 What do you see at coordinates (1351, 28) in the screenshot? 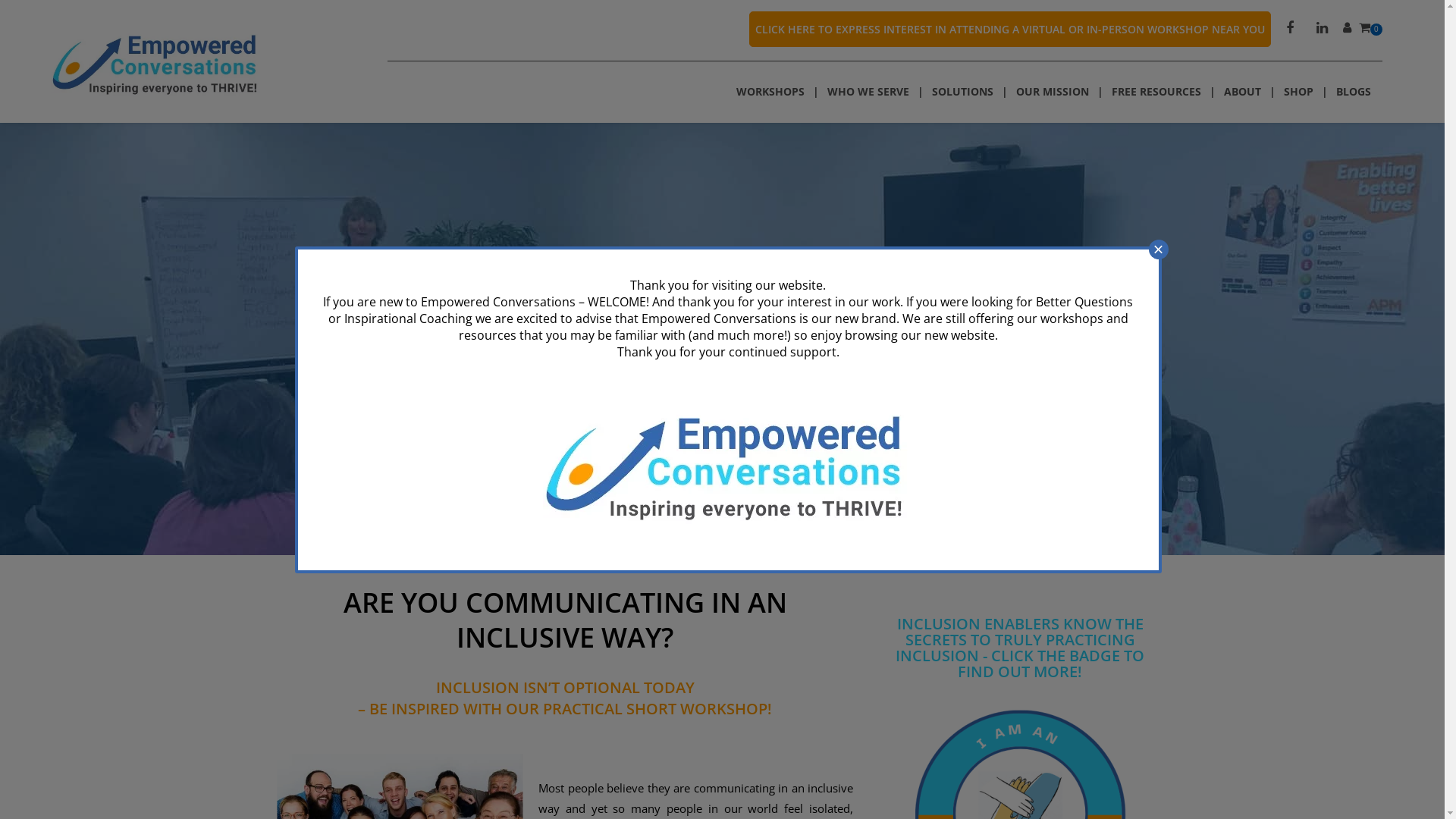
I see `'View your account'` at bounding box center [1351, 28].